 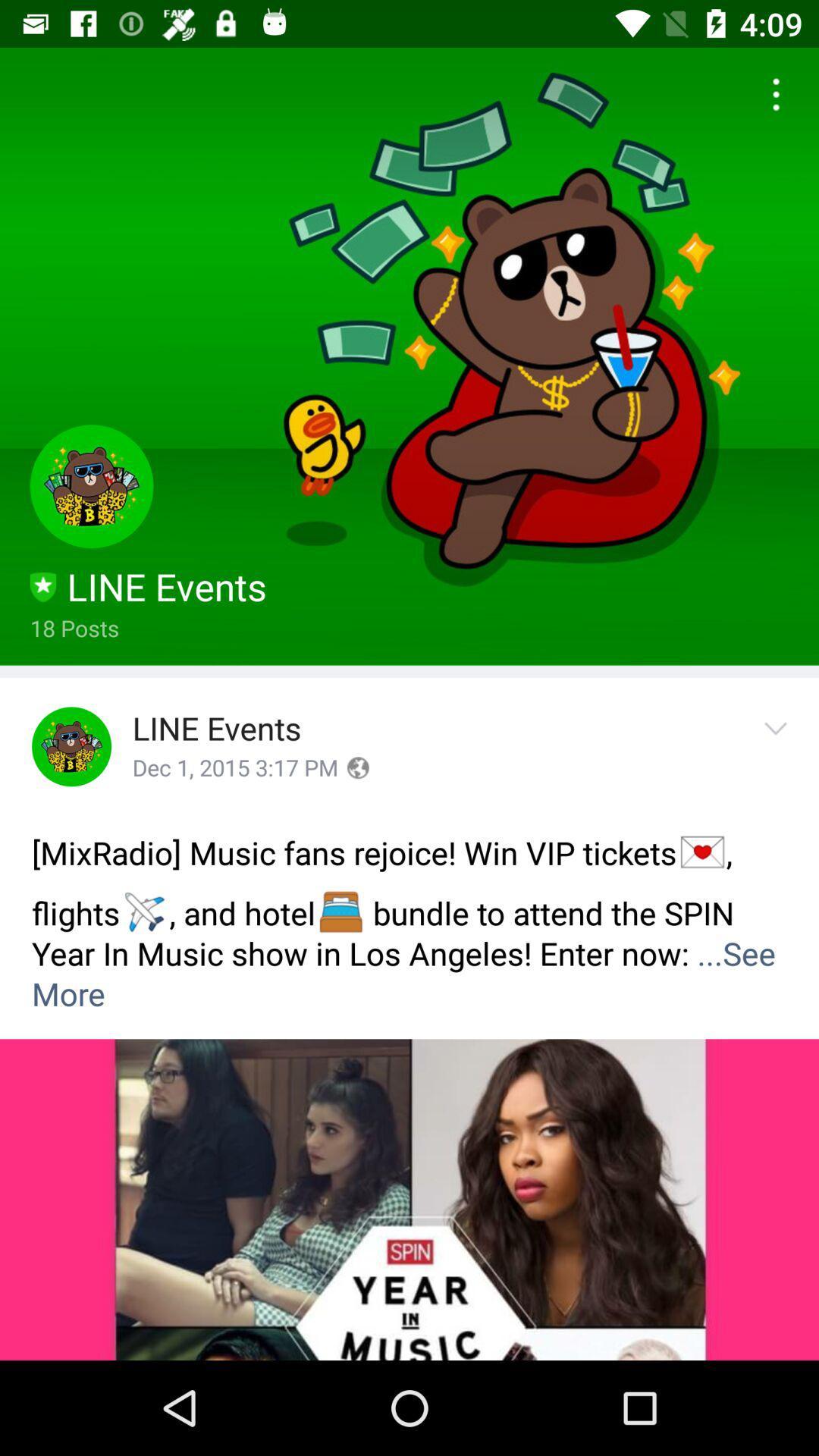 I want to click on the text line events, so click(x=217, y=730).